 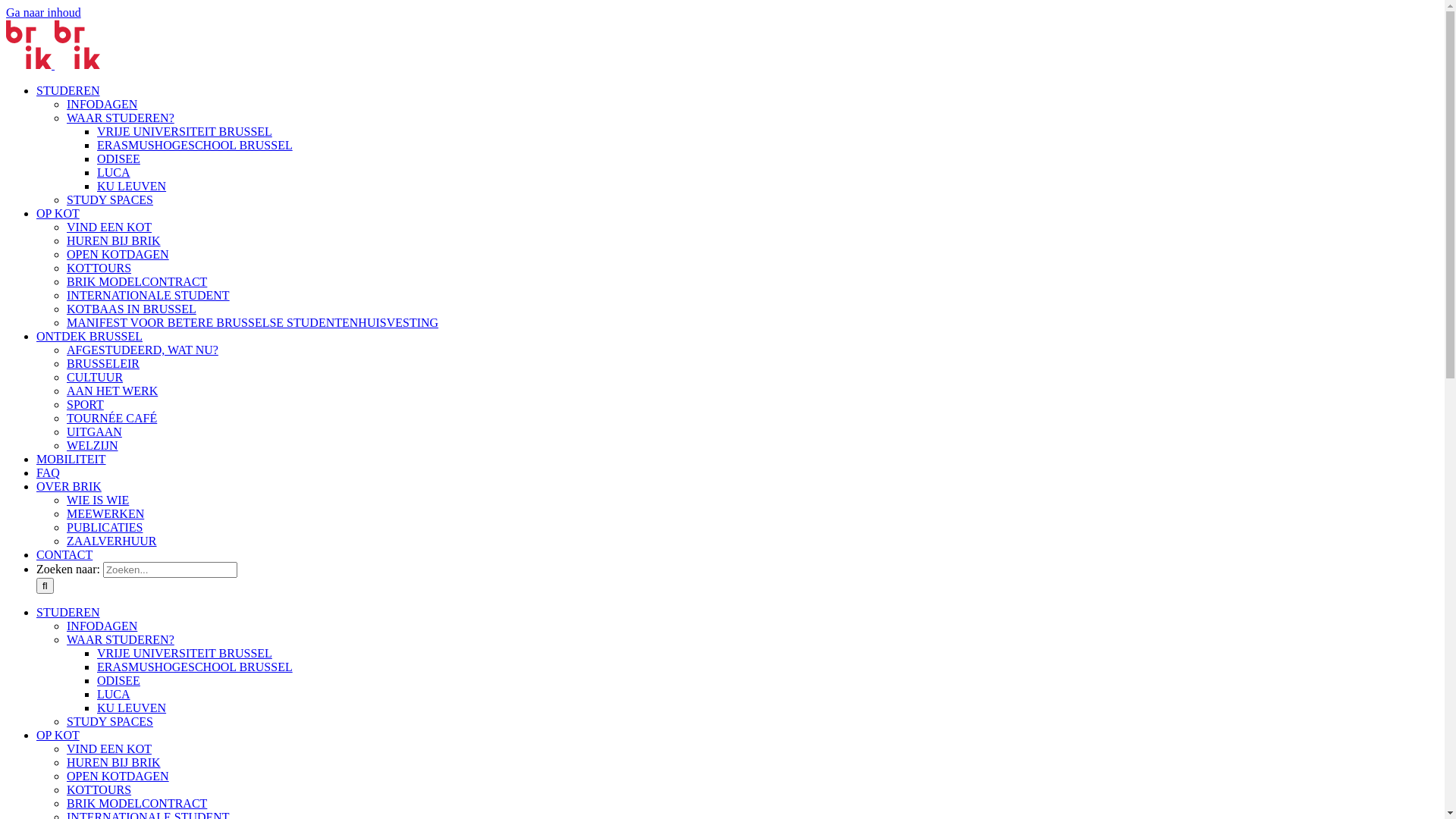 What do you see at coordinates (136, 281) in the screenshot?
I see `'BRIK MODELCONTRACT'` at bounding box center [136, 281].